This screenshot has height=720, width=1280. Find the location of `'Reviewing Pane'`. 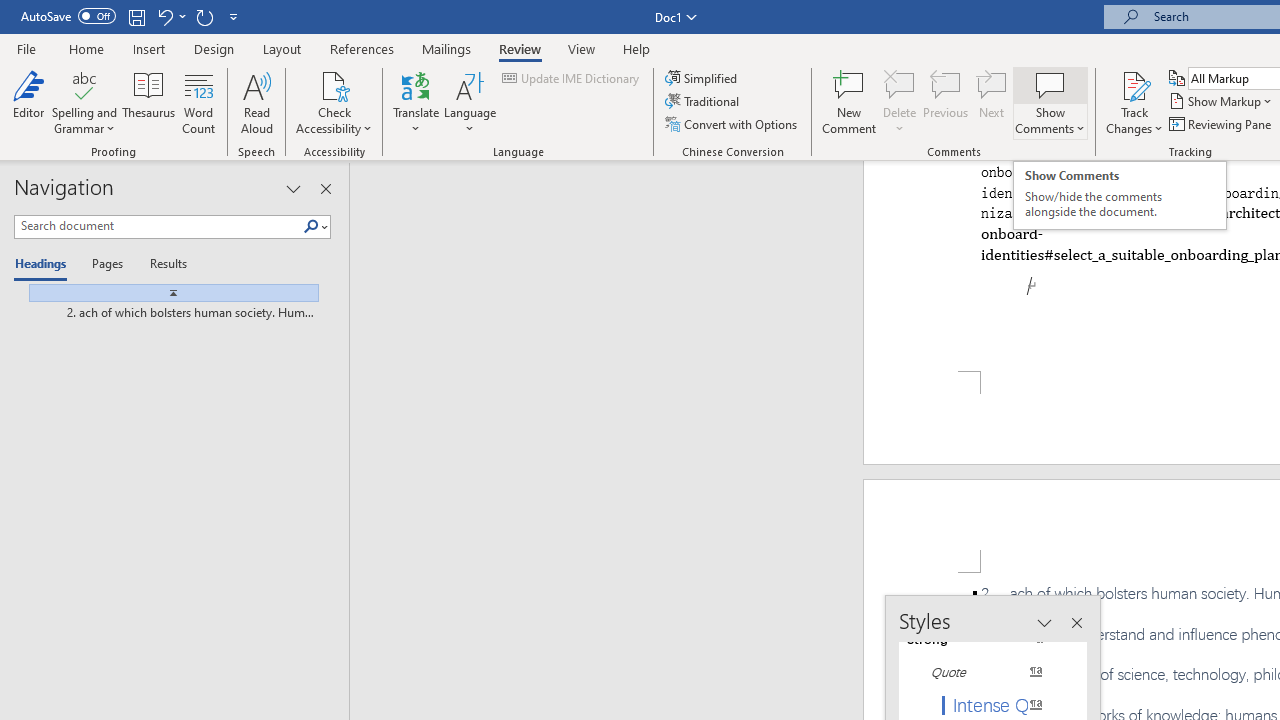

'Reviewing Pane' is located at coordinates (1220, 124).